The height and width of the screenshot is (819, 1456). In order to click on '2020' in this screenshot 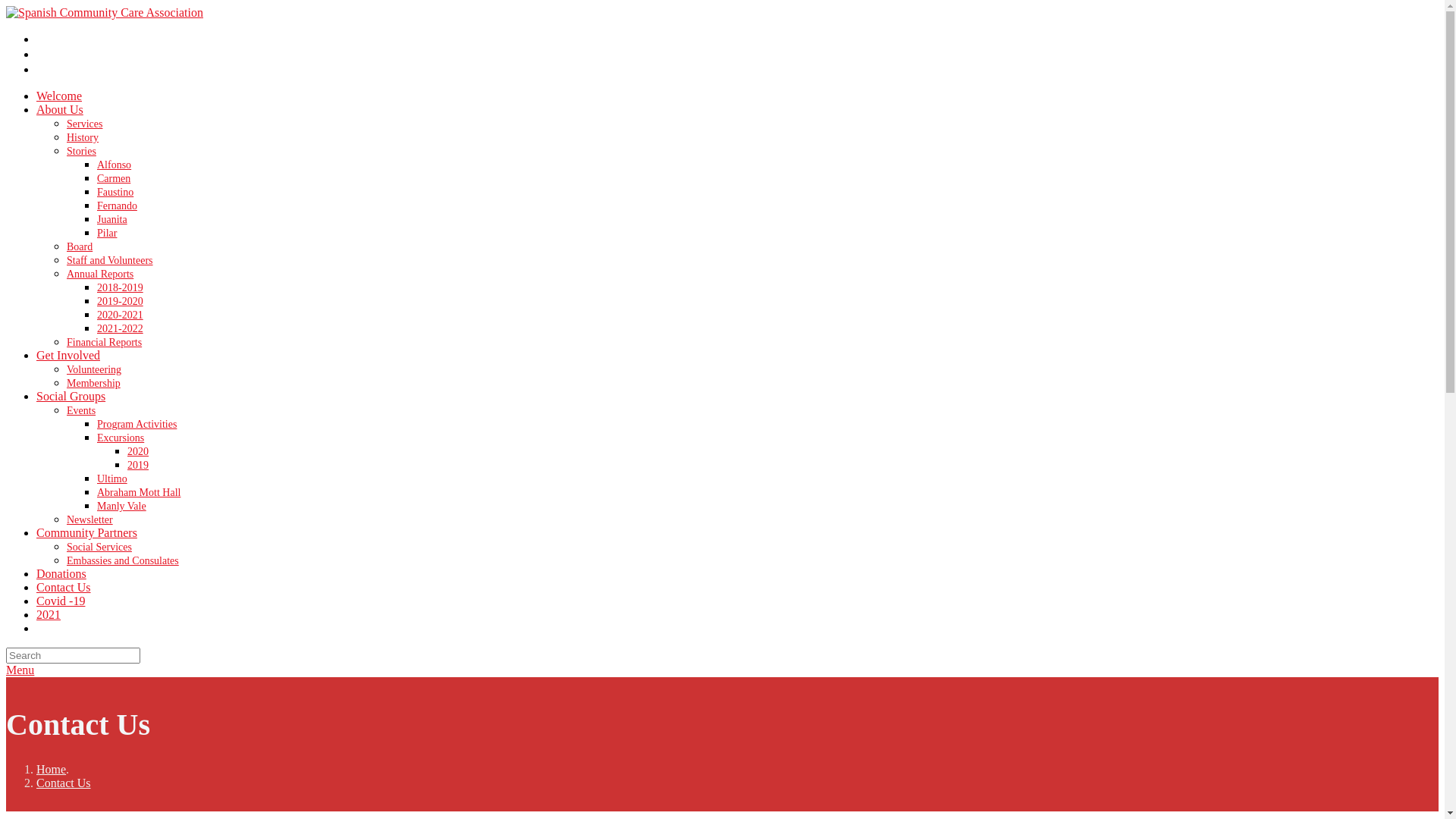, I will do `click(138, 450)`.